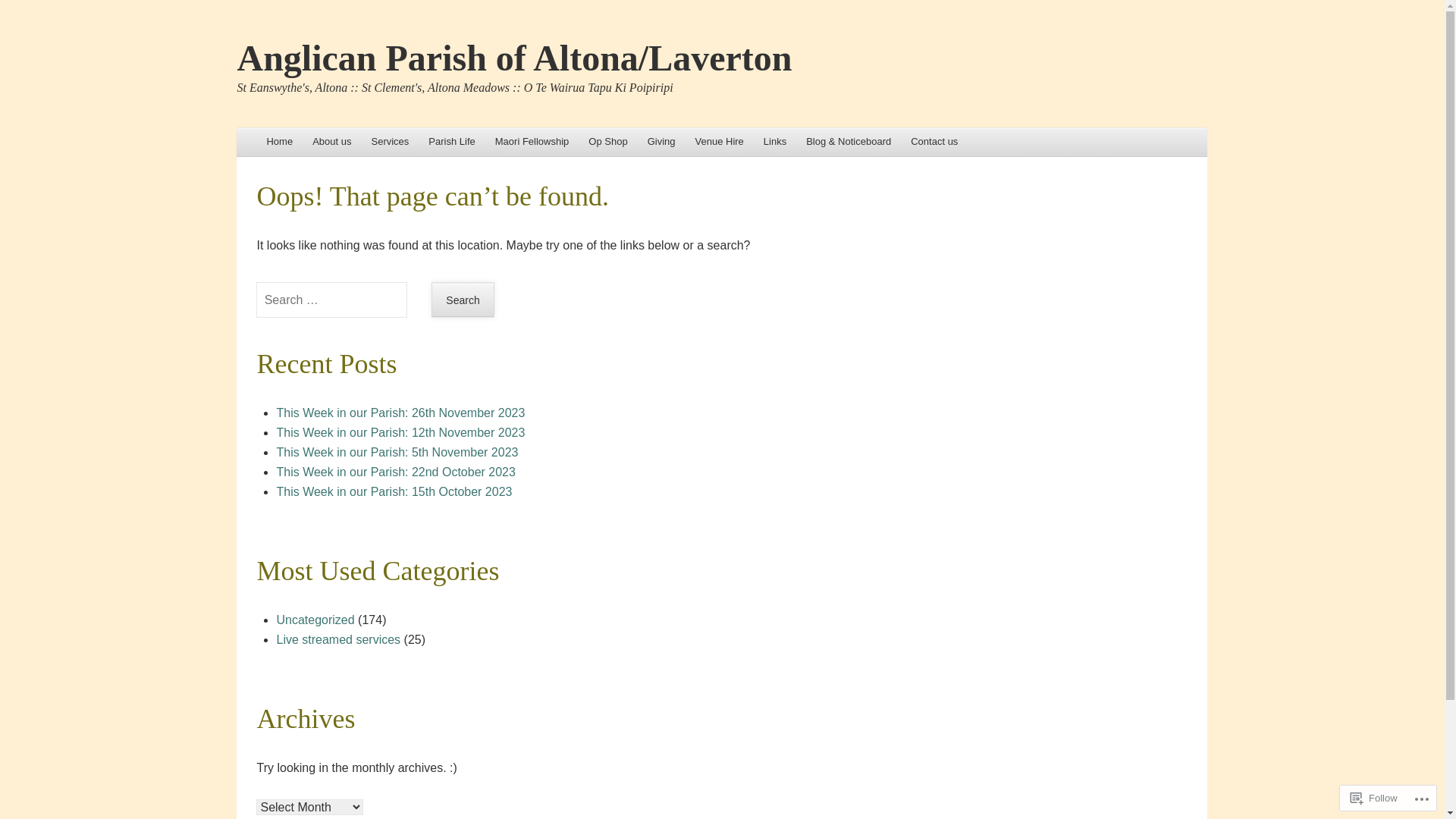  I want to click on 'Uncategorized', so click(314, 620).